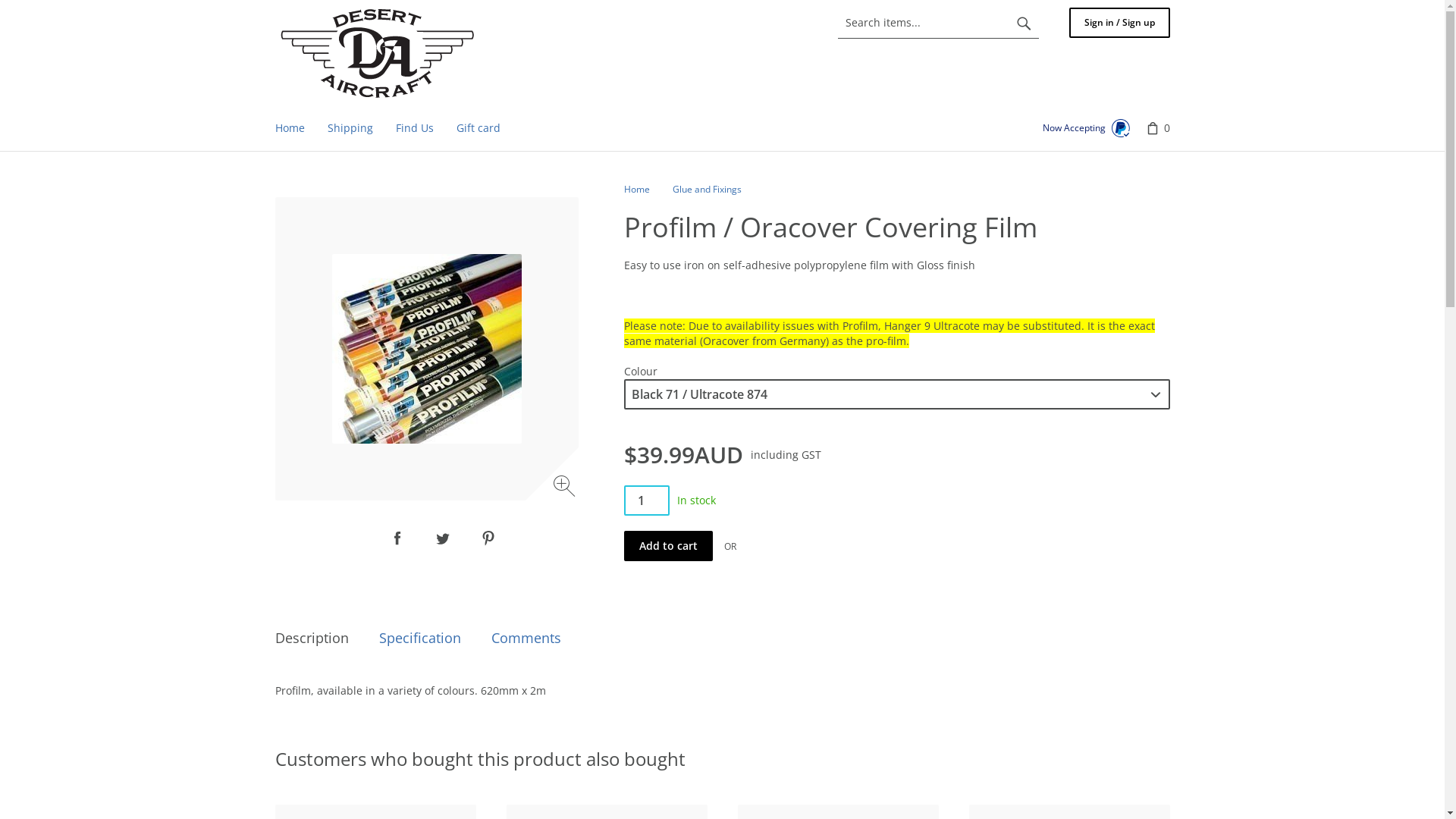 This screenshot has height=819, width=1456. I want to click on 'Find Us', so click(414, 127).